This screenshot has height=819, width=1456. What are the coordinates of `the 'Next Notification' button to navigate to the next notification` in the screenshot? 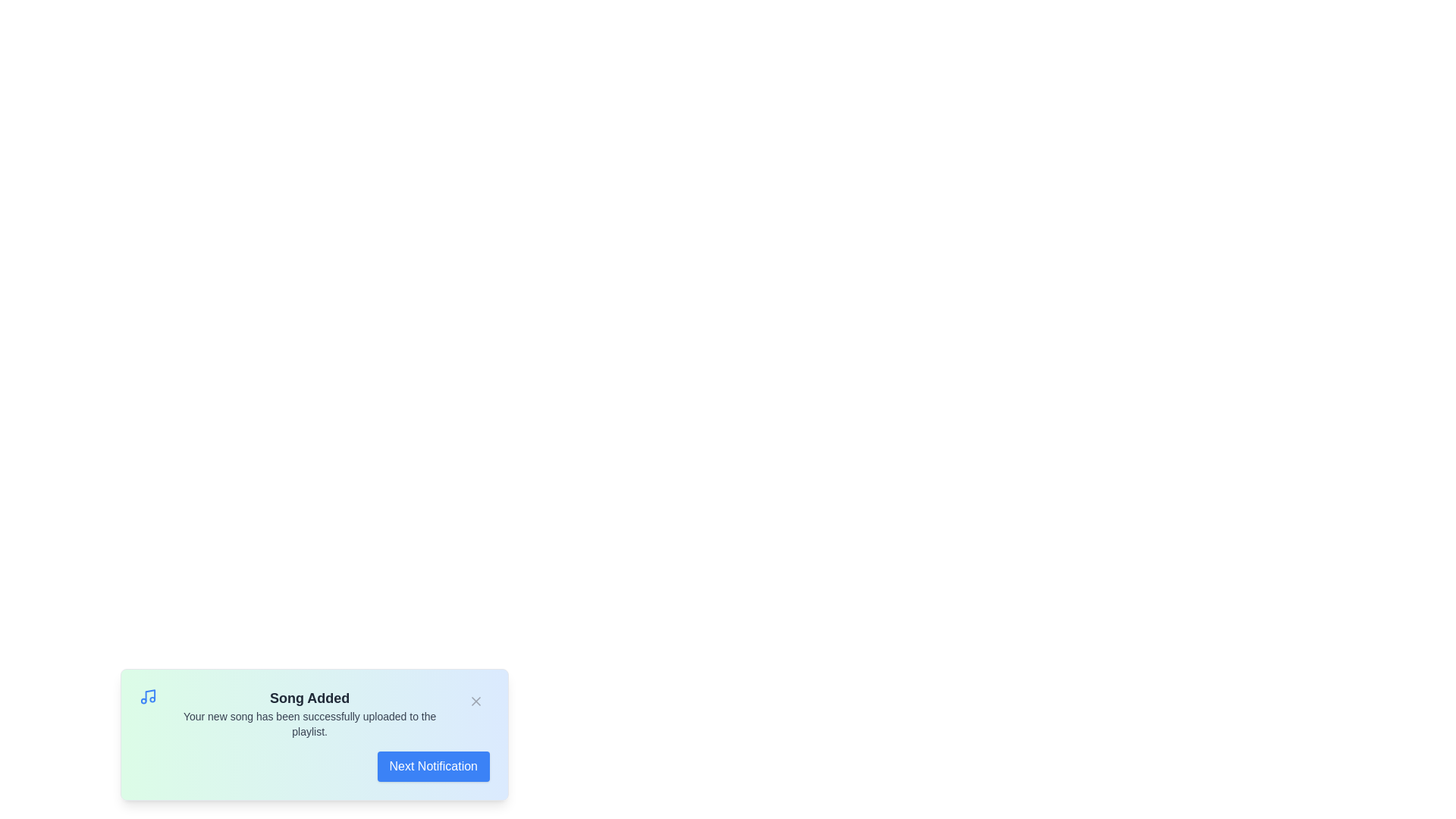 It's located at (432, 766).